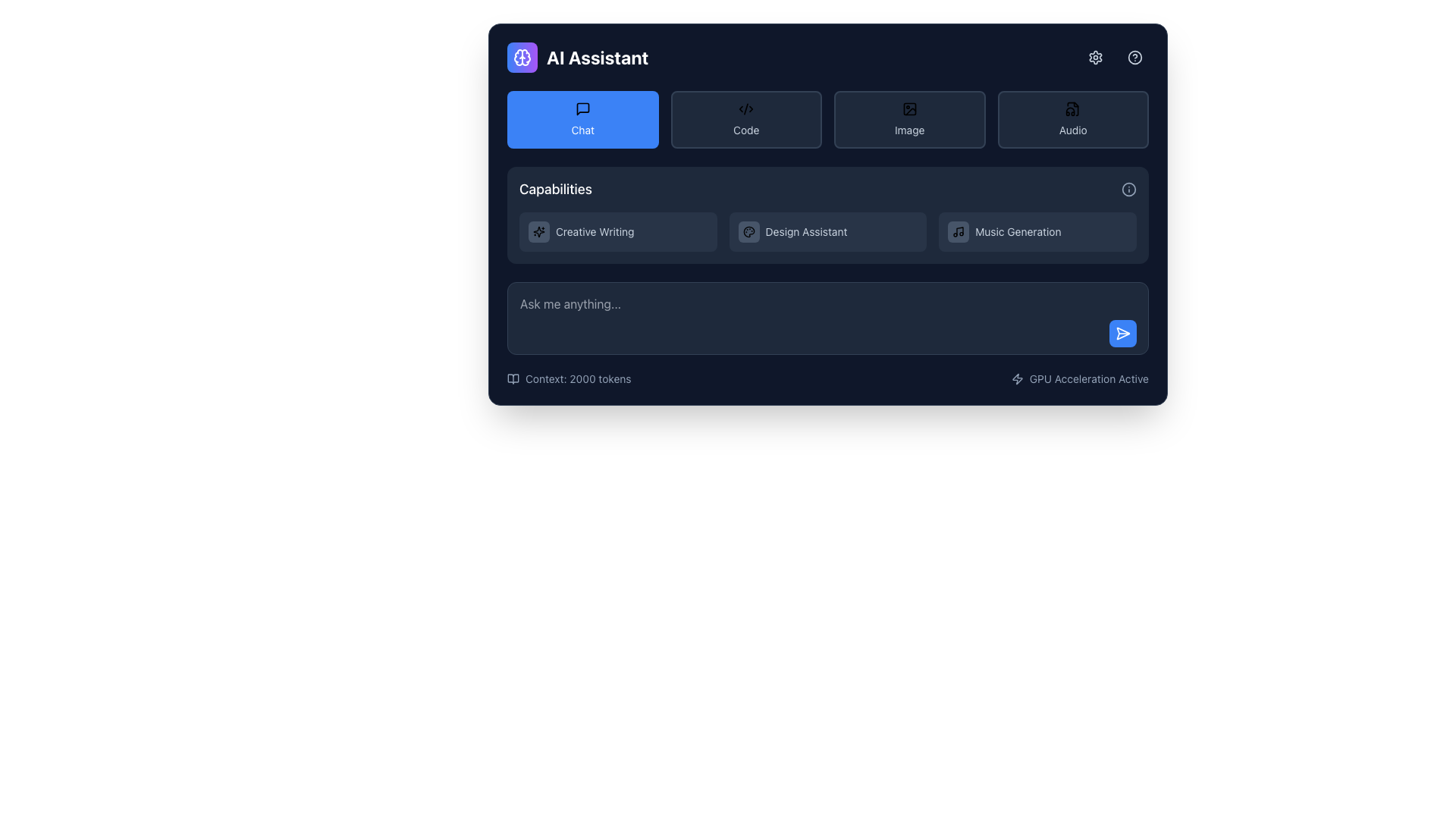 This screenshot has width=1456, height=819. What do you see at coordinates (522, 57) in the screenshot?
I see `the brain icon, which is a small line art SVG symbol with white strokes on a gradient background, located in the upper-left quadrant of the interface` at bounding box center [522, 57].